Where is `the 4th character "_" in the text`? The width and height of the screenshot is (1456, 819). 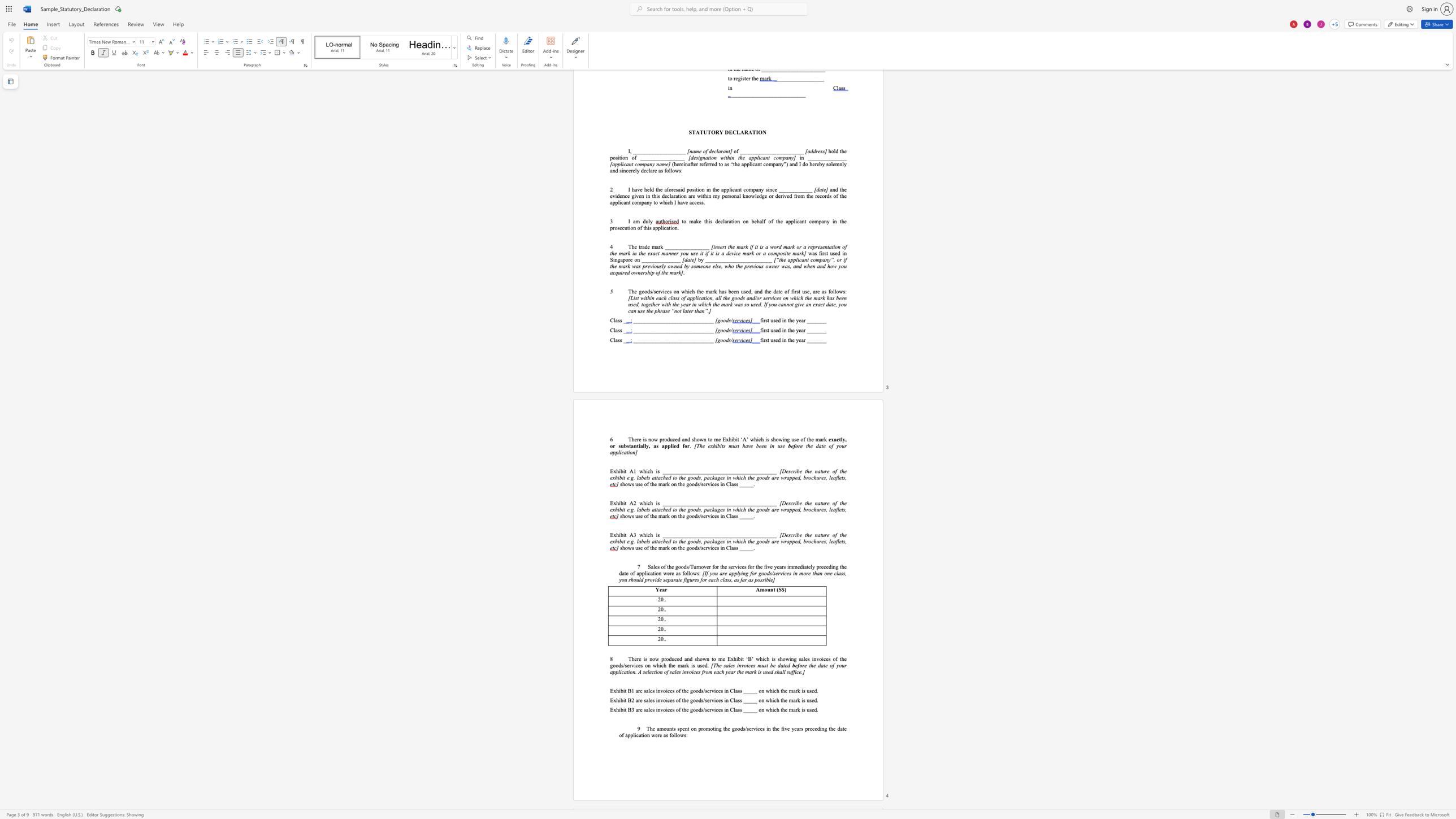
the 4th character "_" in the text is located at coordinates (672, 503).